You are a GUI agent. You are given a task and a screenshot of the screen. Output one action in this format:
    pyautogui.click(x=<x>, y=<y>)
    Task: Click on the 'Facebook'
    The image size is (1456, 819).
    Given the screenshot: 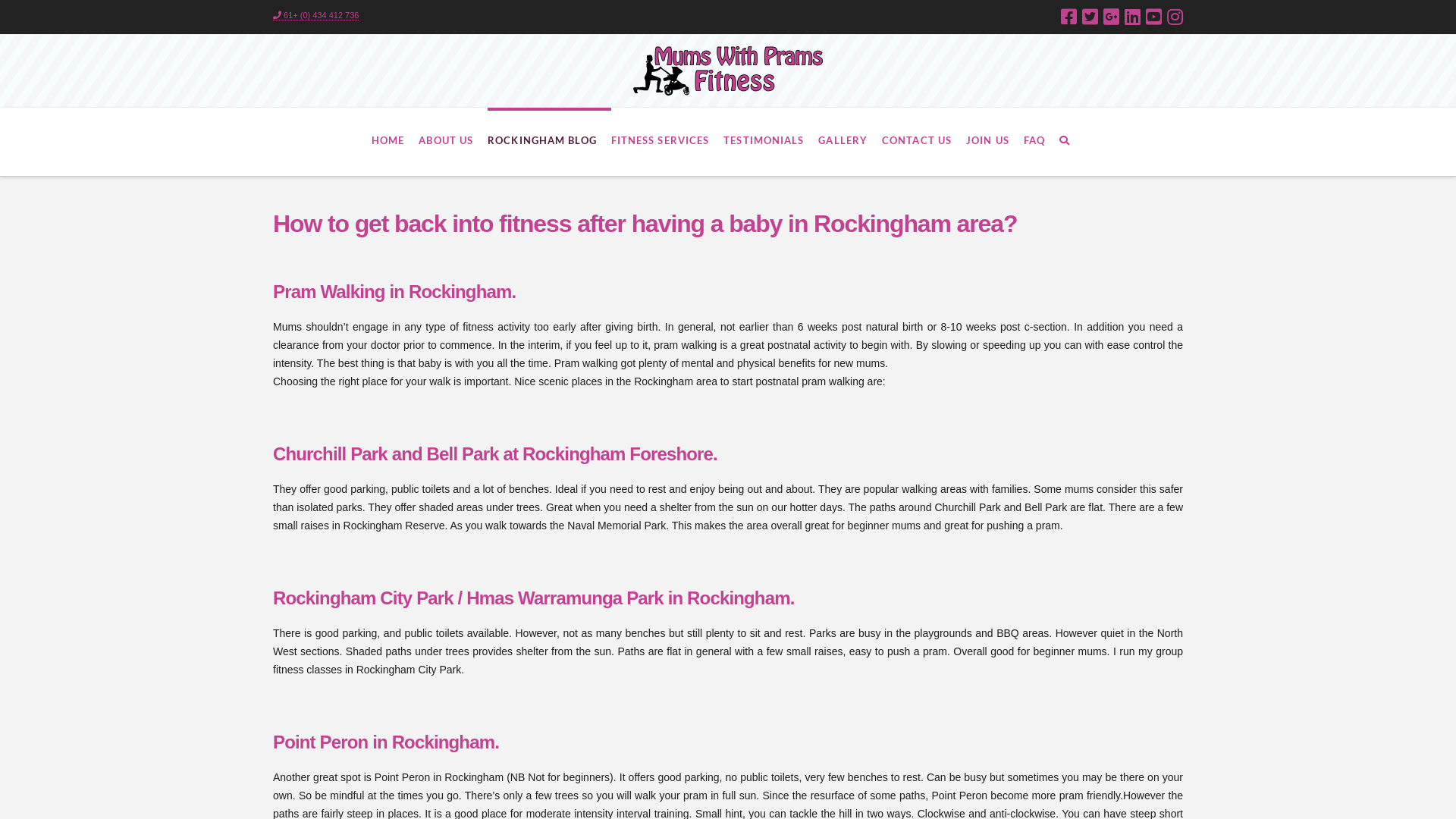 What is the action you would take?
    pyautogui.click(x=1059, y=17)
    